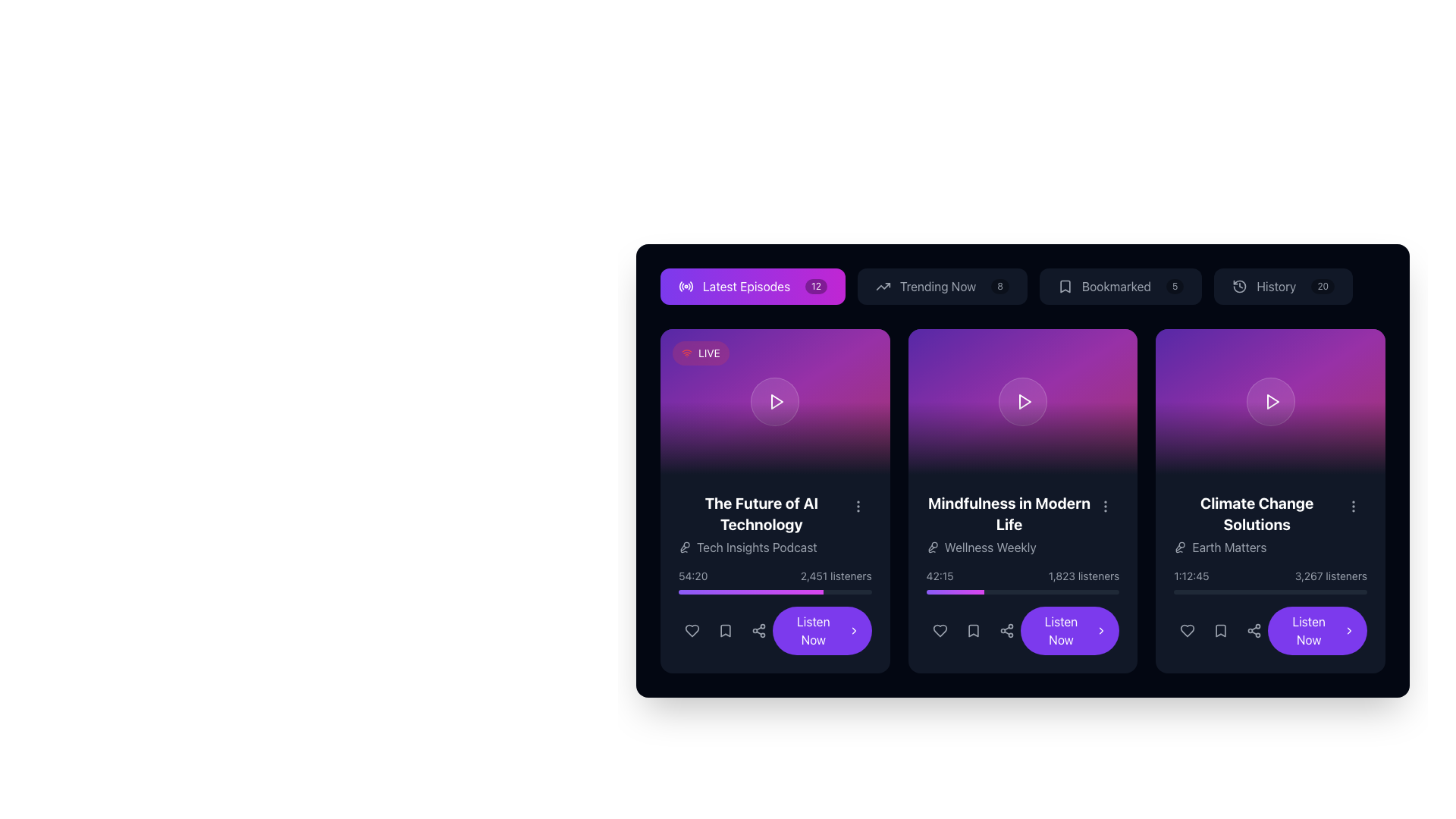 Image resolution: width=1456 pixels, height=819 pixels. I want to click on the heart-shaped icon styled with a thin gray outline within the 'Climate Change Solutions' podcast card, so click(1187, 631).